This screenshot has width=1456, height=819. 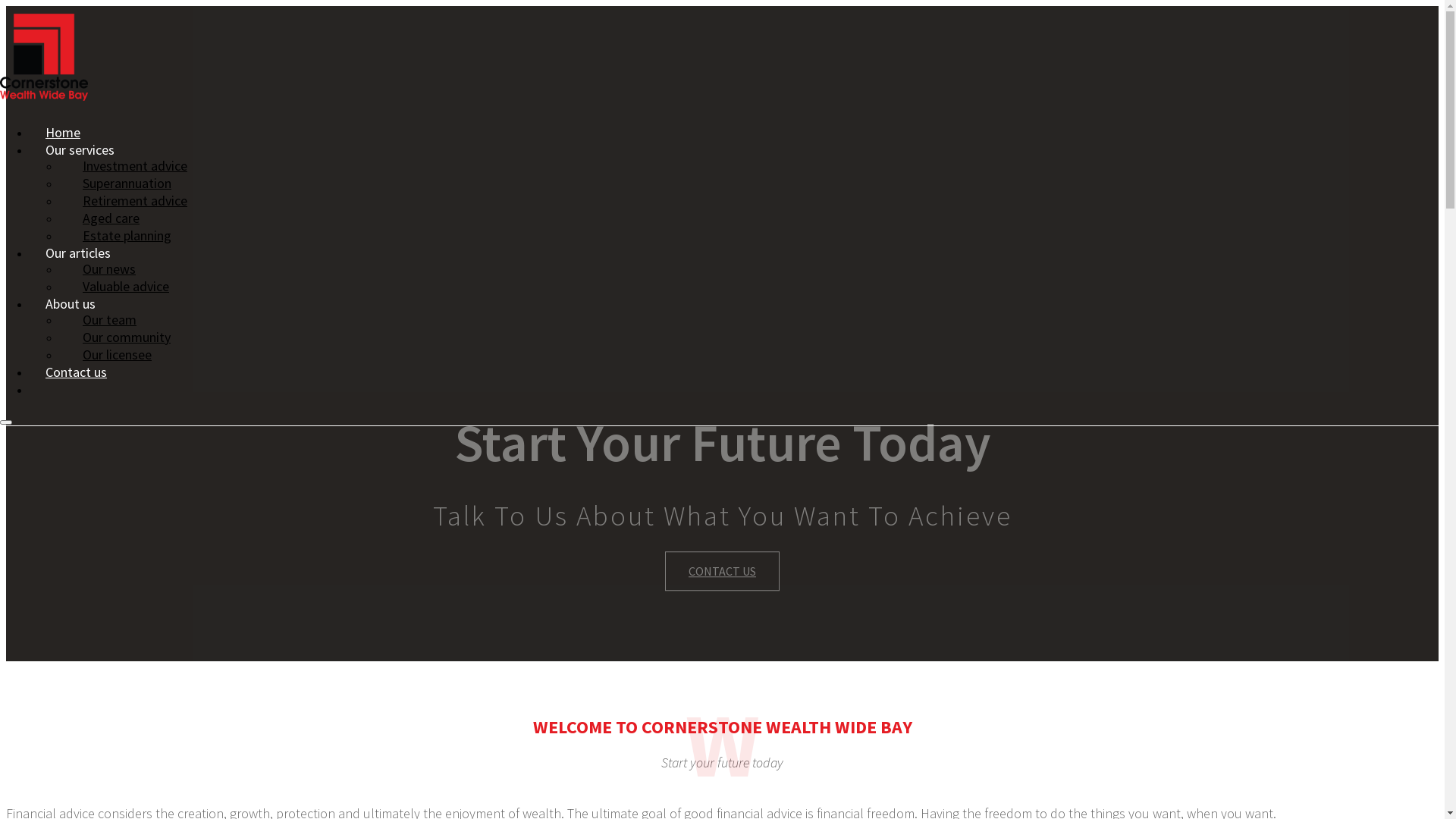 I want to click on 'Retirement advice', so click(x=134, y=199).